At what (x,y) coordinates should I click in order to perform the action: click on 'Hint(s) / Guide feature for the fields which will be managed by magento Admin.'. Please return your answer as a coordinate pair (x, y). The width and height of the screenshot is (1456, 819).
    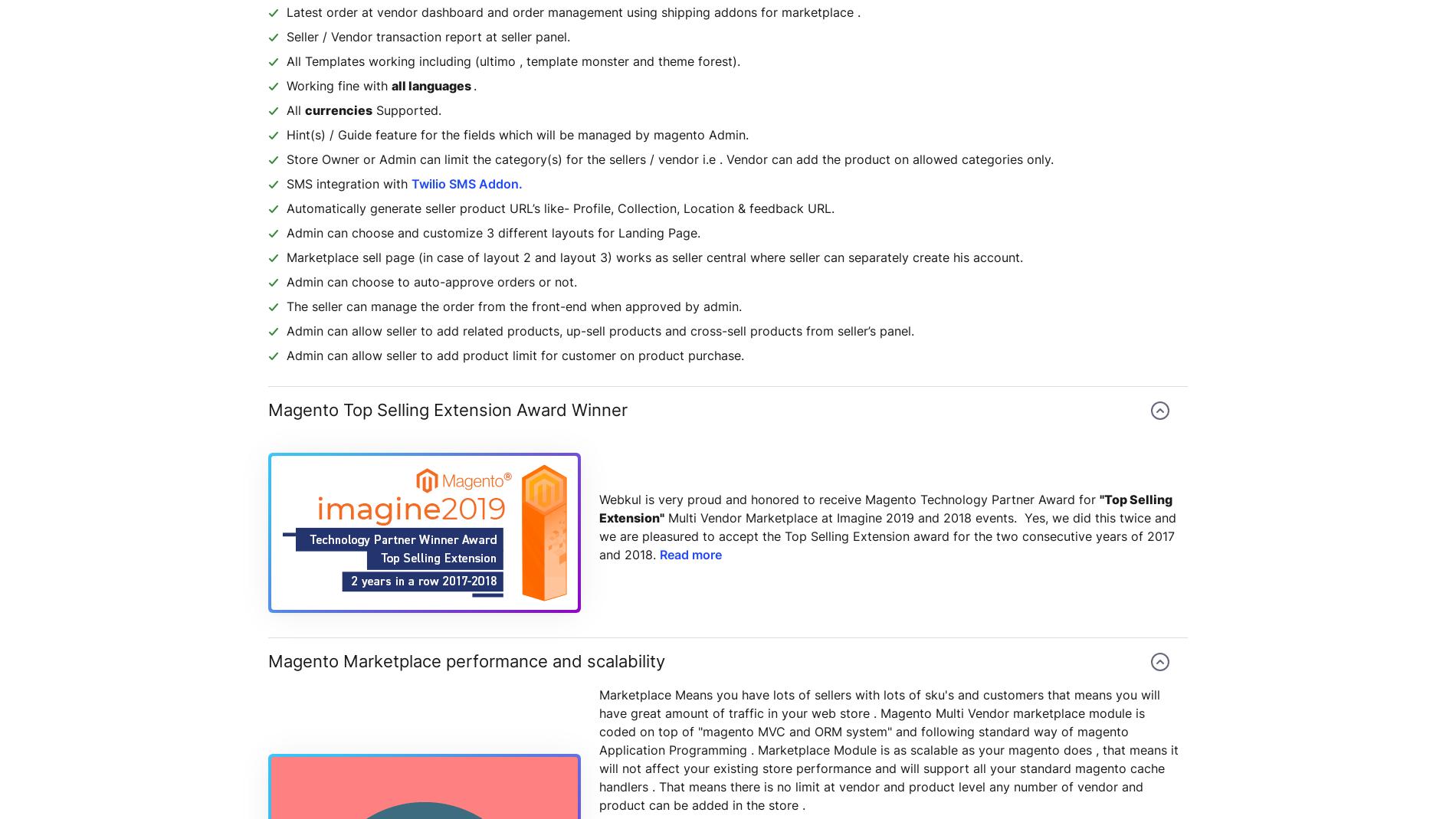
    Looking at the image, I should click on (285, 134).